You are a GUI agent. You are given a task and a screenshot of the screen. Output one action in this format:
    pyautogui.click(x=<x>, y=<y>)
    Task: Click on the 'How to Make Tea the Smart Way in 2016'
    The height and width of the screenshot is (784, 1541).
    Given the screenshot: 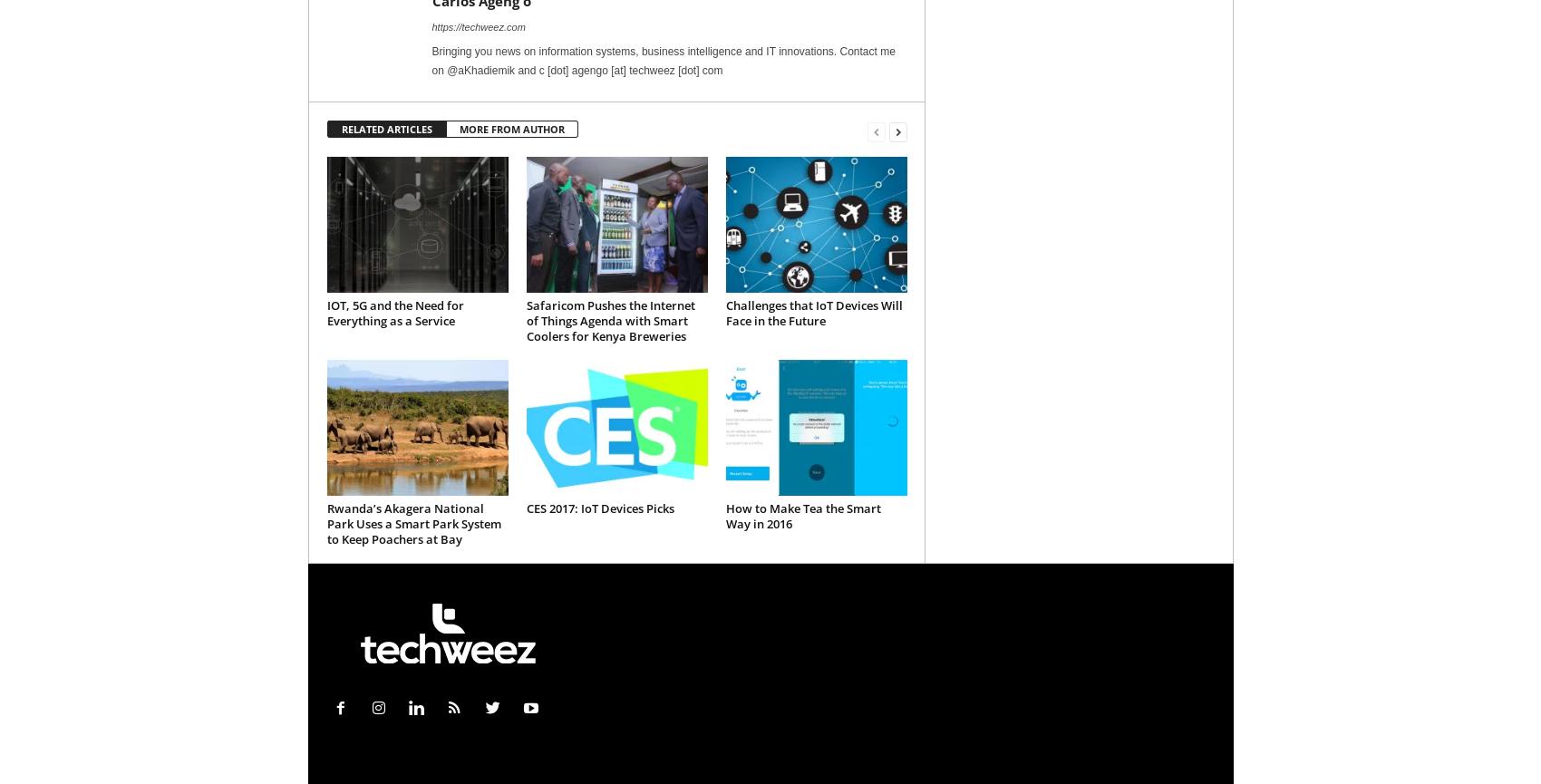 What is the action you would take?
    pyautogui.click(x=802, y=515)
    